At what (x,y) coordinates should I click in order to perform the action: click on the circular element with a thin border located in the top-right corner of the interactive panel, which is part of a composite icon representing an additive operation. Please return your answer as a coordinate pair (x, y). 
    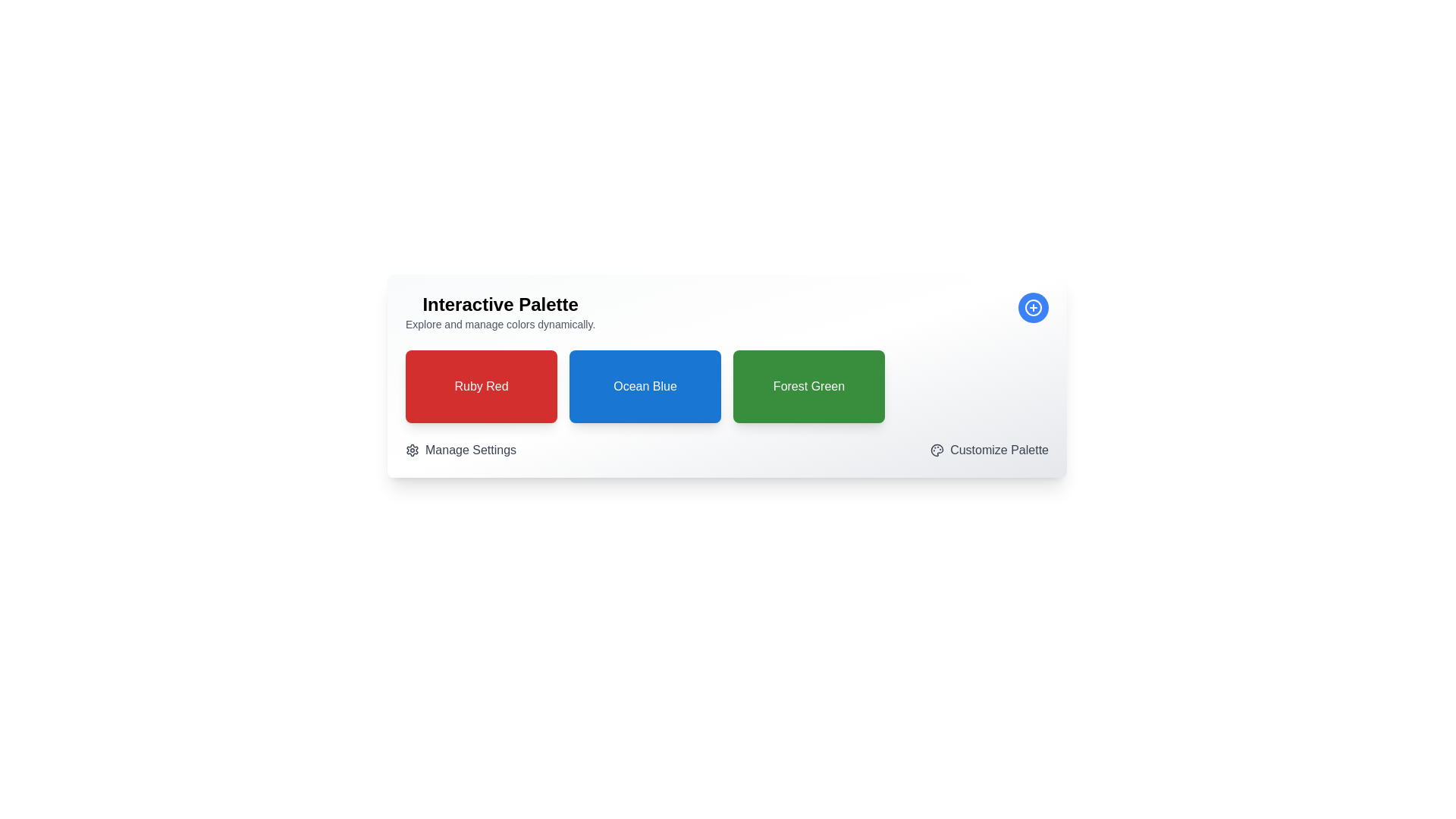
    Looking at the image, I should click on (1033, 307).